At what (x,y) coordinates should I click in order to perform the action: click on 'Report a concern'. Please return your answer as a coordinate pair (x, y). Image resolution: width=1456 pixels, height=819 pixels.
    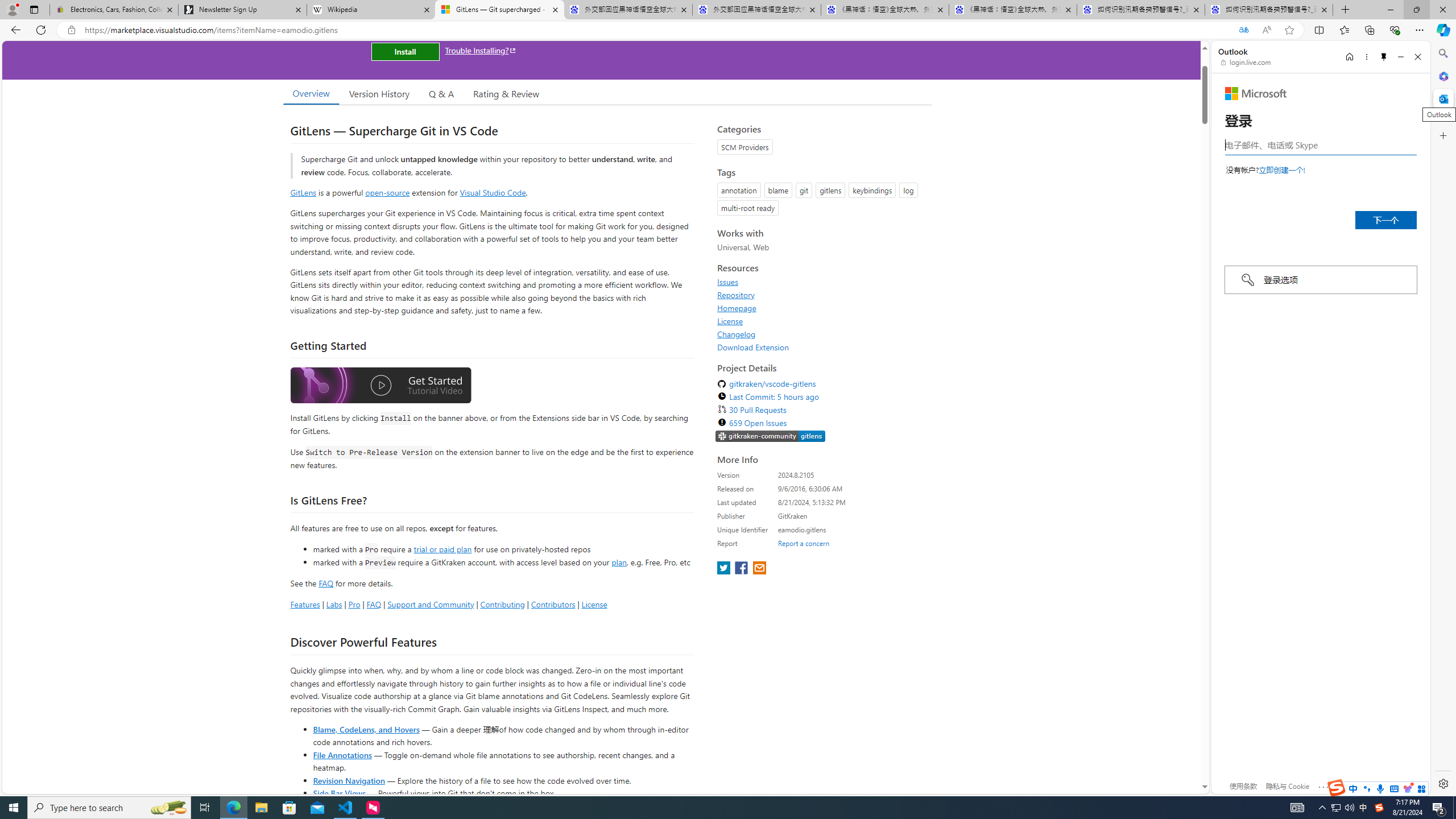
    Looking at the image, I should click on (804, 543).